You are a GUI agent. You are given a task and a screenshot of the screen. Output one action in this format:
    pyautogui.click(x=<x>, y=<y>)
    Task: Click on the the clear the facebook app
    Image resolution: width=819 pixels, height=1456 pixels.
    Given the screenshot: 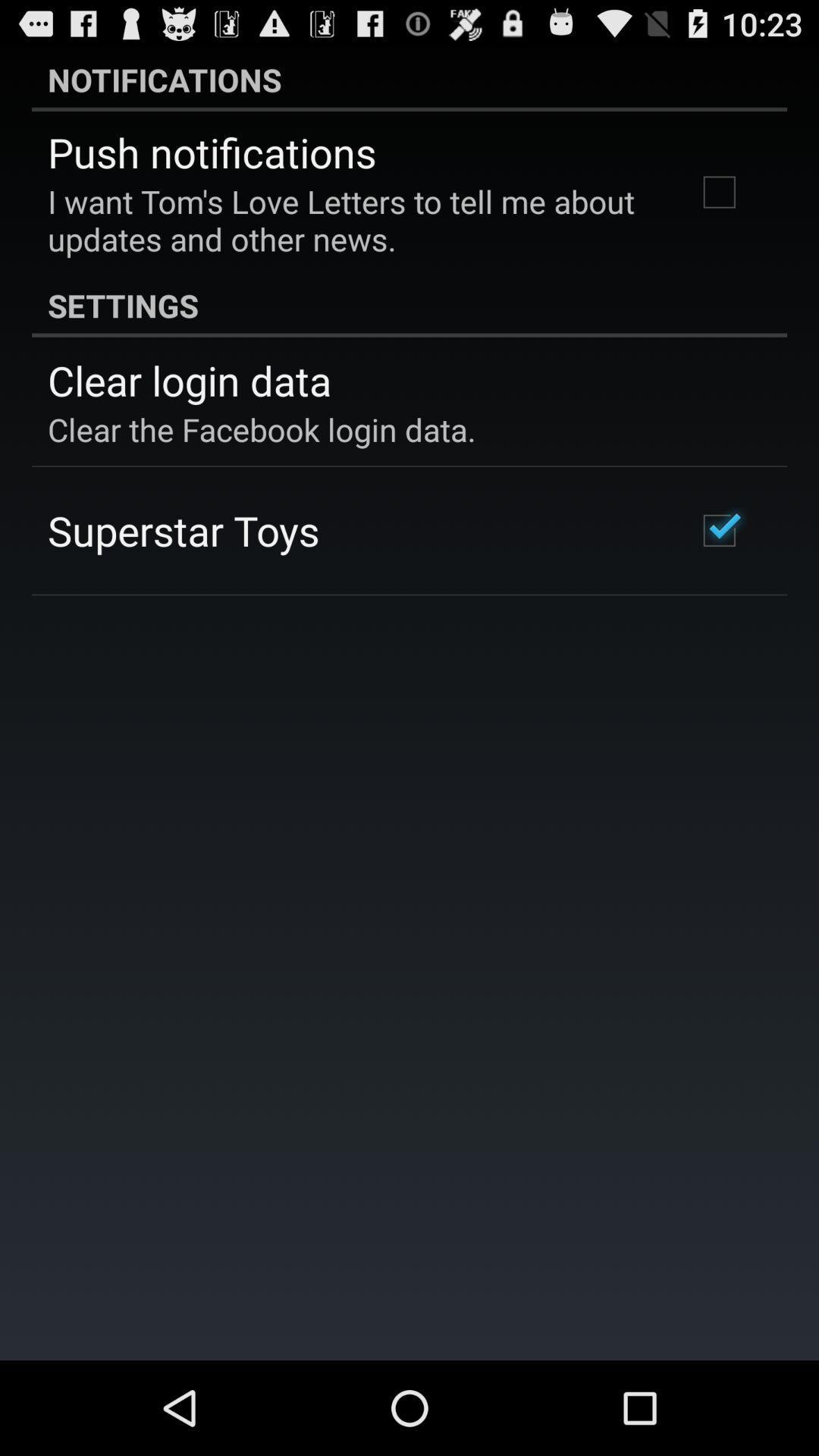 What is the action you would take?
    pyautogui.click(x=261, y=428)
    